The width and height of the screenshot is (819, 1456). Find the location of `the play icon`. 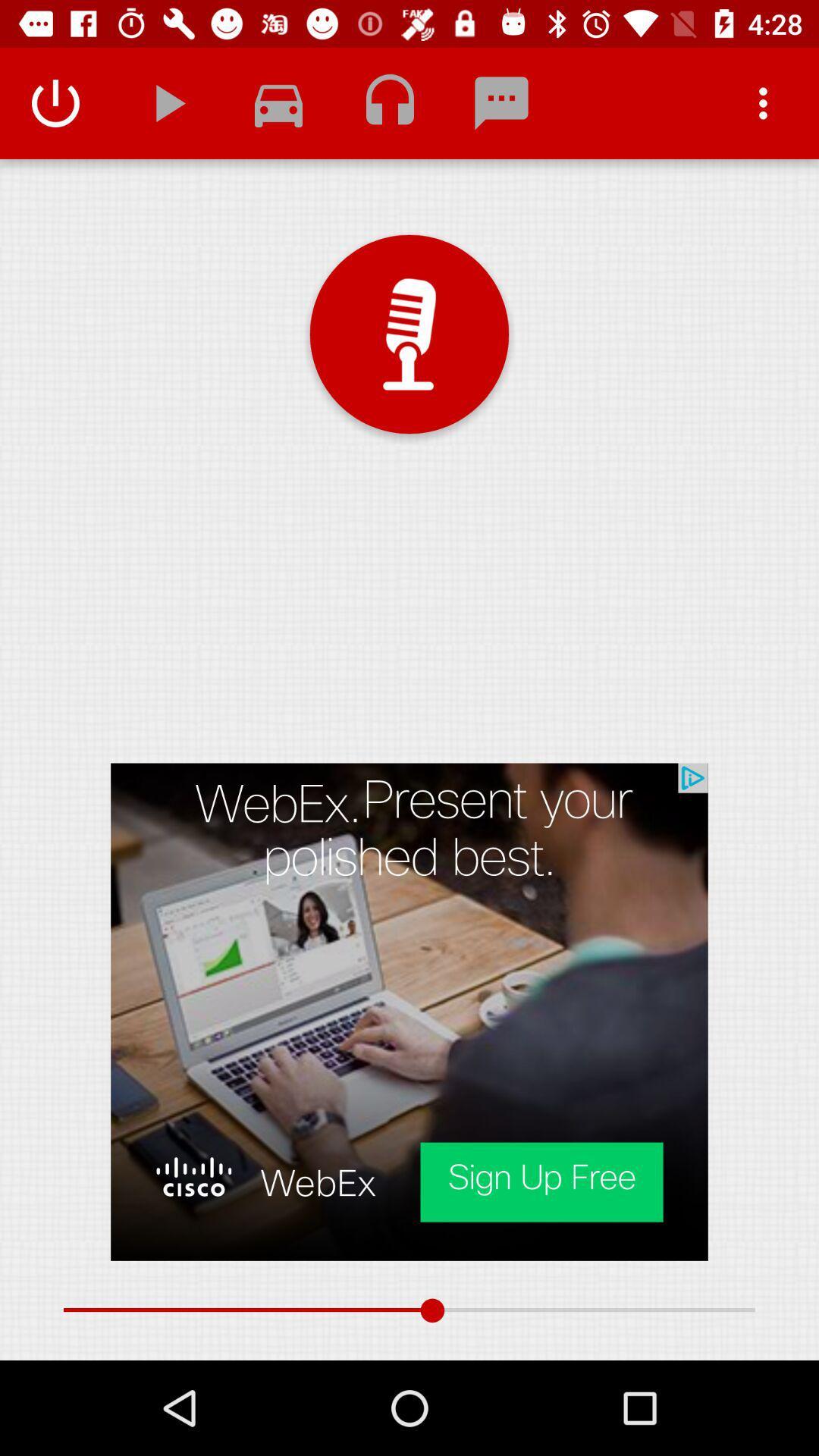

the play icon is located at coordinates (167, 102).